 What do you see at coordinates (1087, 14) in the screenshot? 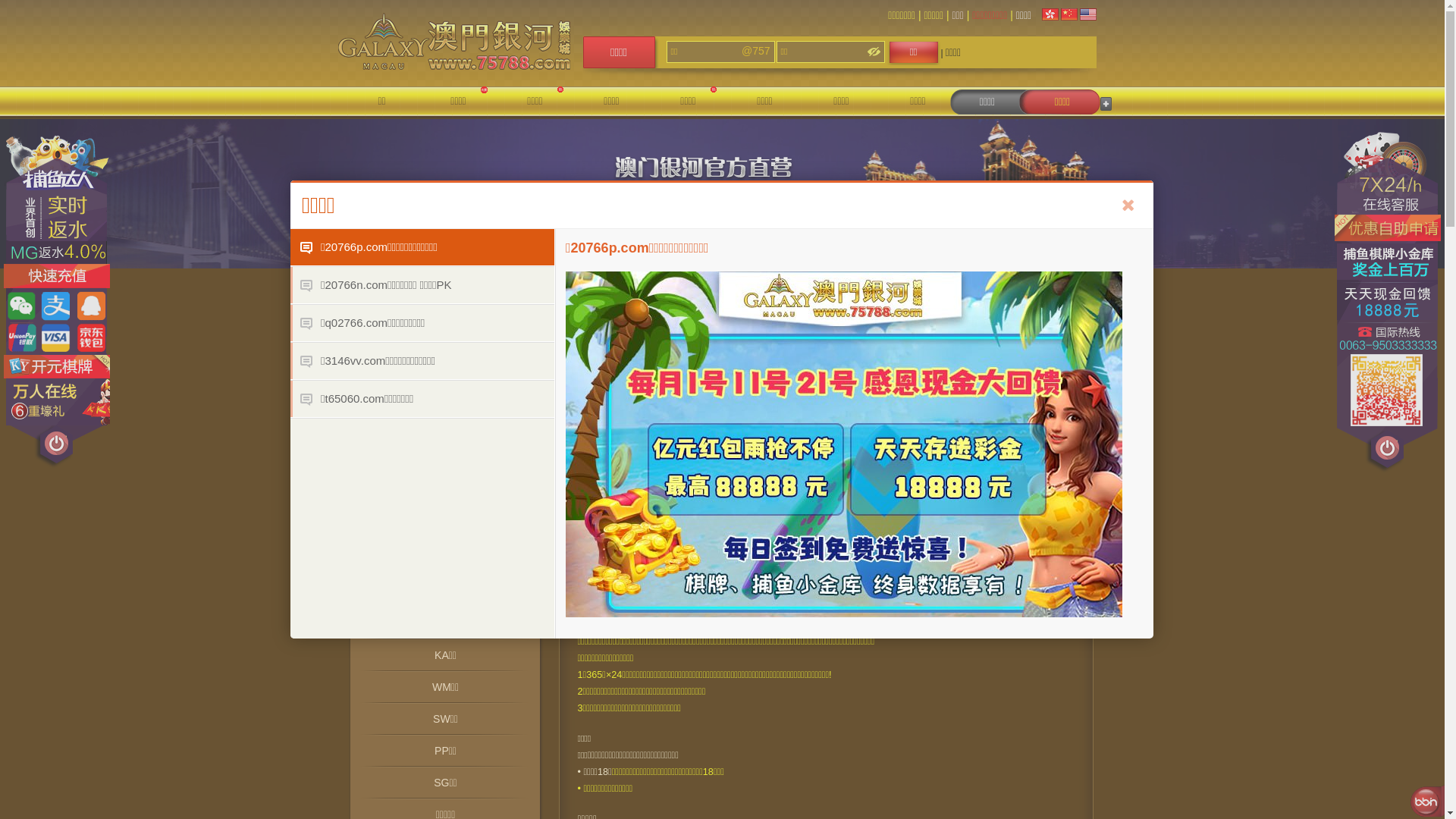
I see `'English'` at bounding box center [1087, 14].